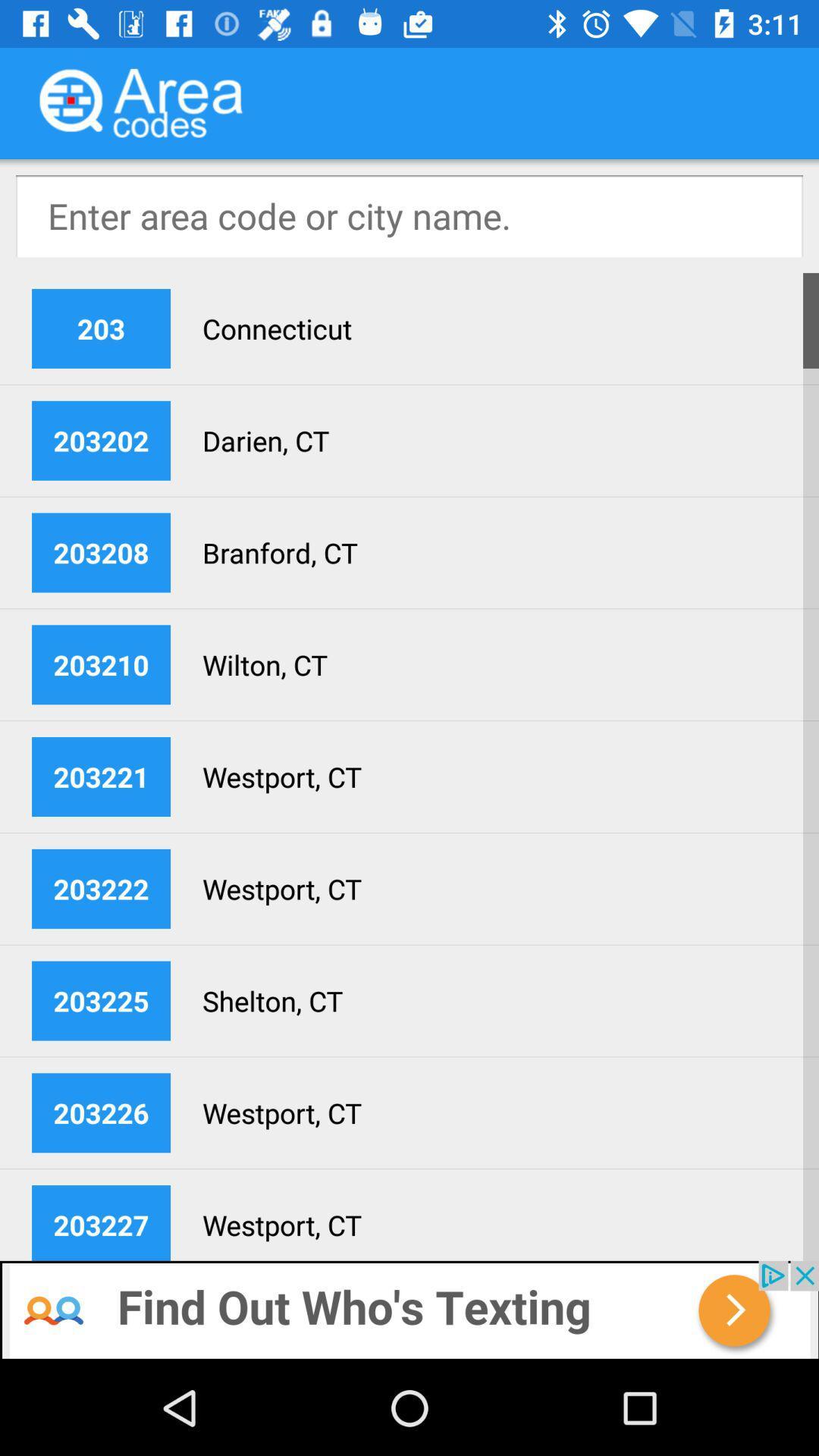 The width and height of the screenshot is (819, 1456). I want to click on area code or city name, so click(409, 215).